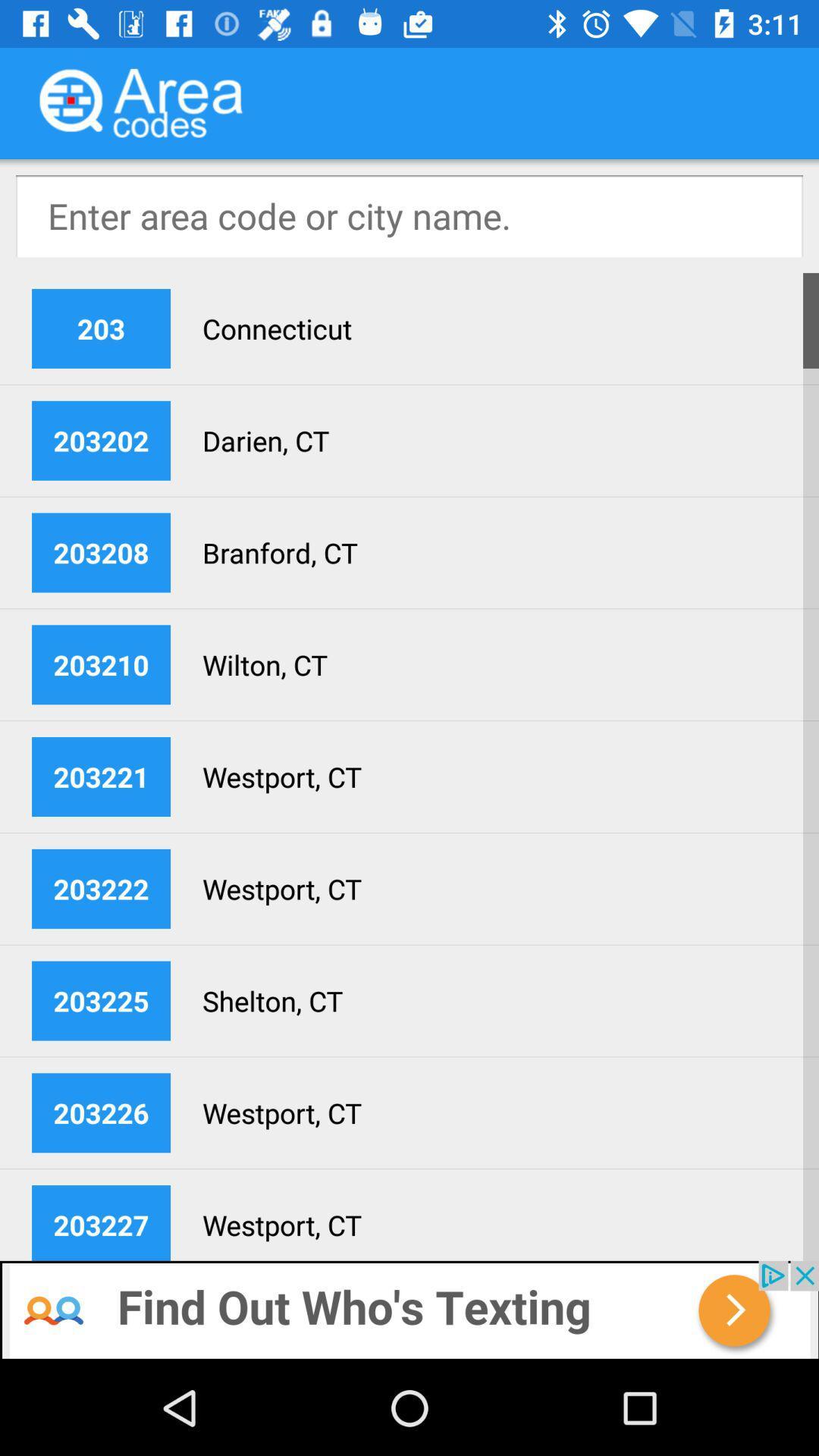 The width and height of the screenshot is (819, 1456). I want to click on area code or city name, so click(409, 215).